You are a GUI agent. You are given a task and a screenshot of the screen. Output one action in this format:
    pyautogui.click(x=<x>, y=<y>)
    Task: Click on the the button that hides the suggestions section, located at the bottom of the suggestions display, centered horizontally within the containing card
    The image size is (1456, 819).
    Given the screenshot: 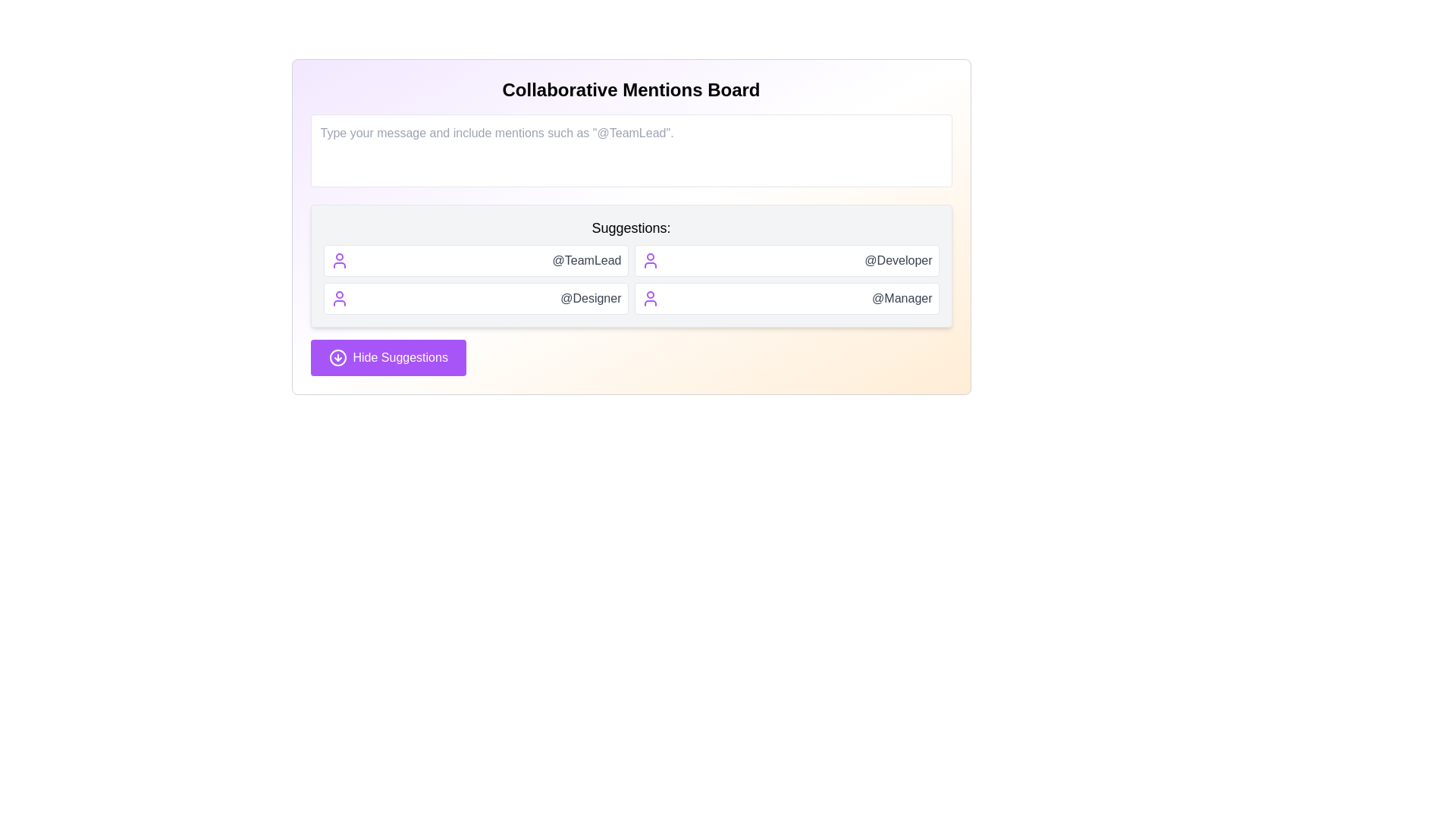 What is the action you would take?
    pyautogui.click(x=388, y=357)
    